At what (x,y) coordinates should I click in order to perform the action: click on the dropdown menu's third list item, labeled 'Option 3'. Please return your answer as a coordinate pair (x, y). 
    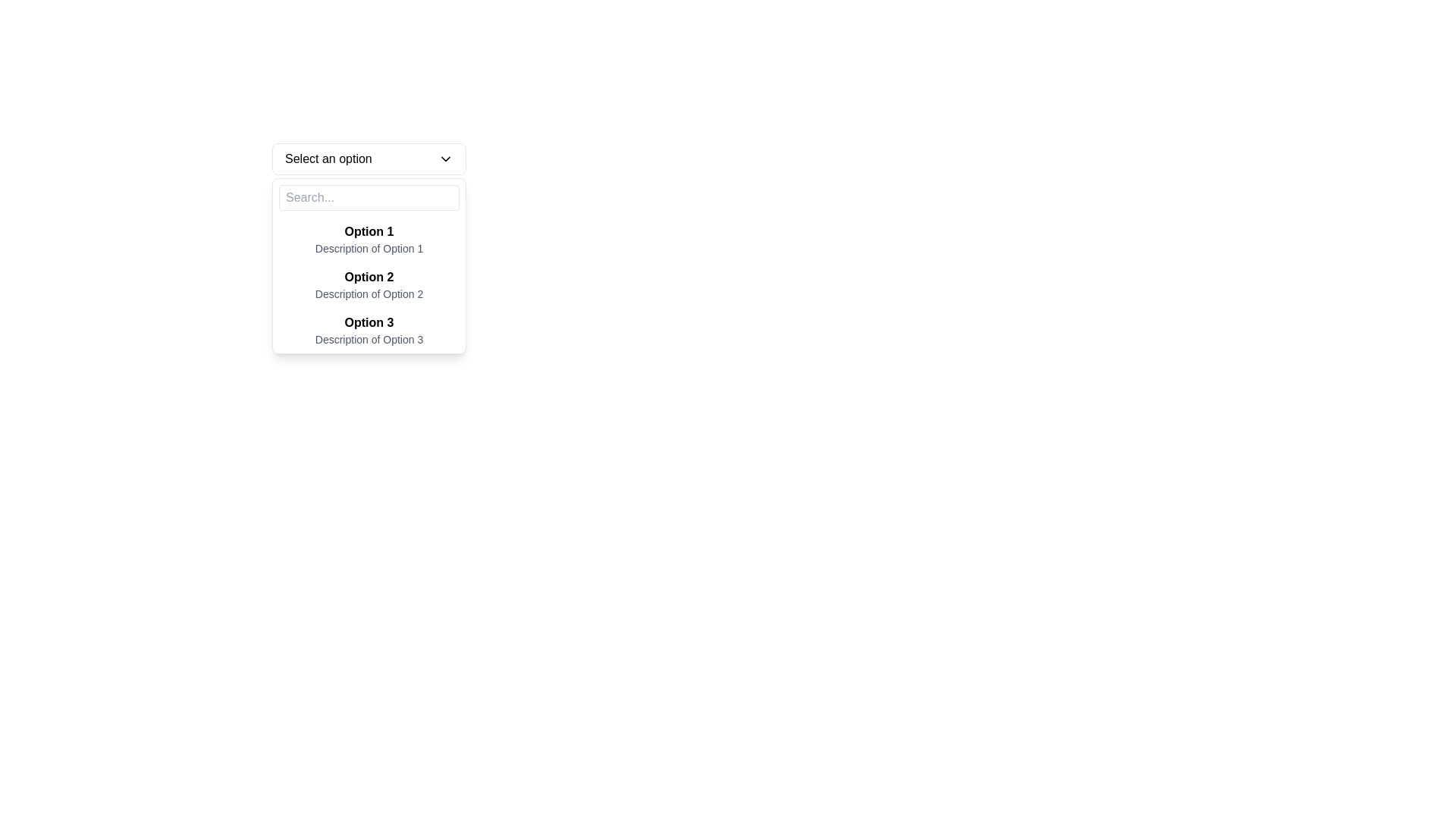
    Looking at the image, I should click on (369, 329).